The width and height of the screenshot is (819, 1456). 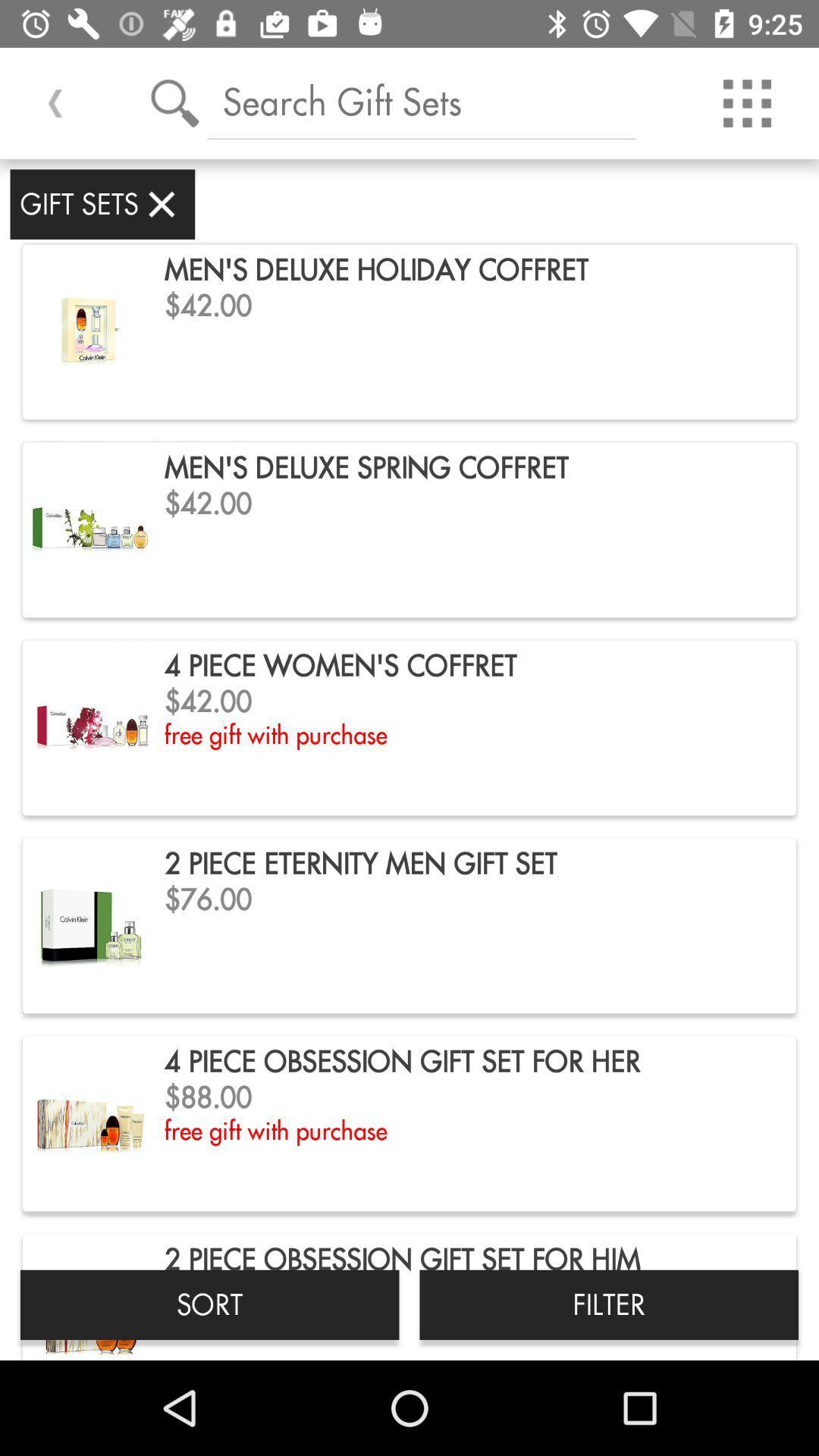 I want to click on item next to filter item, so click(x=209, y=1304).